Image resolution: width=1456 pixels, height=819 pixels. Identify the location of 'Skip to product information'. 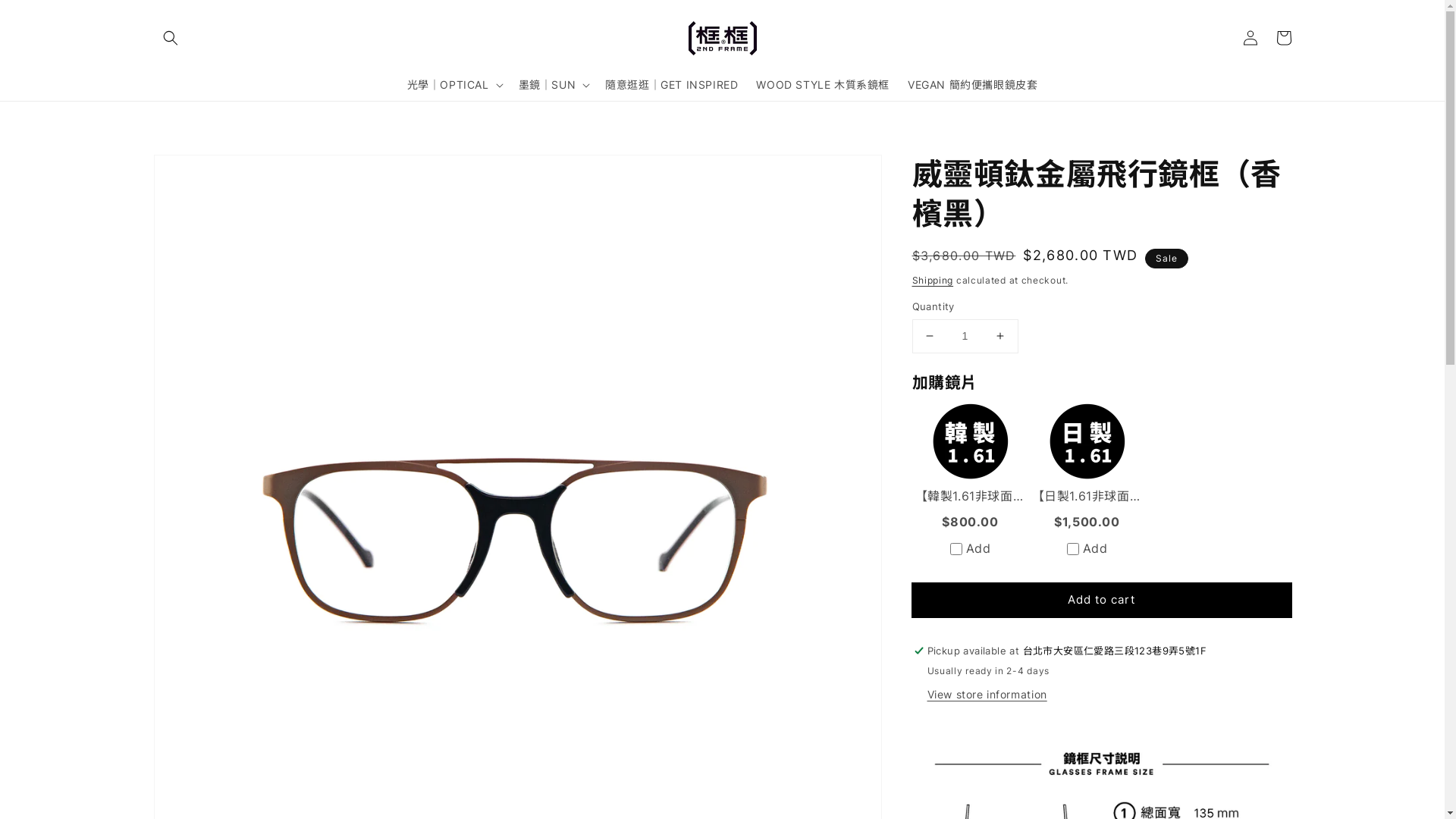
(152, 171).